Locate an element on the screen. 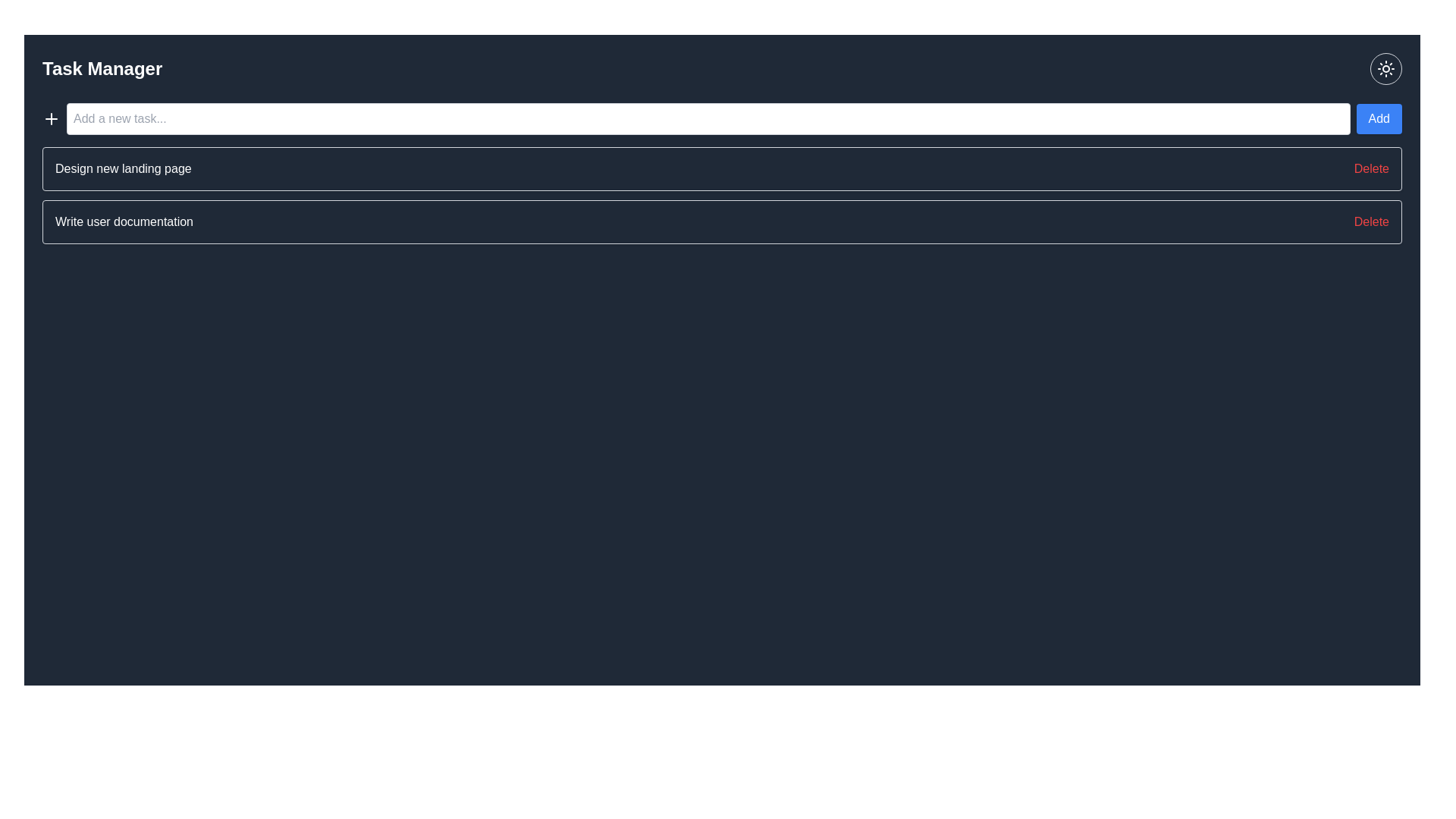 The height and width of the screenshot is (819, 1456). the sun icon button located in the top-right corner of the interface is located at coordinates (1386, 69).